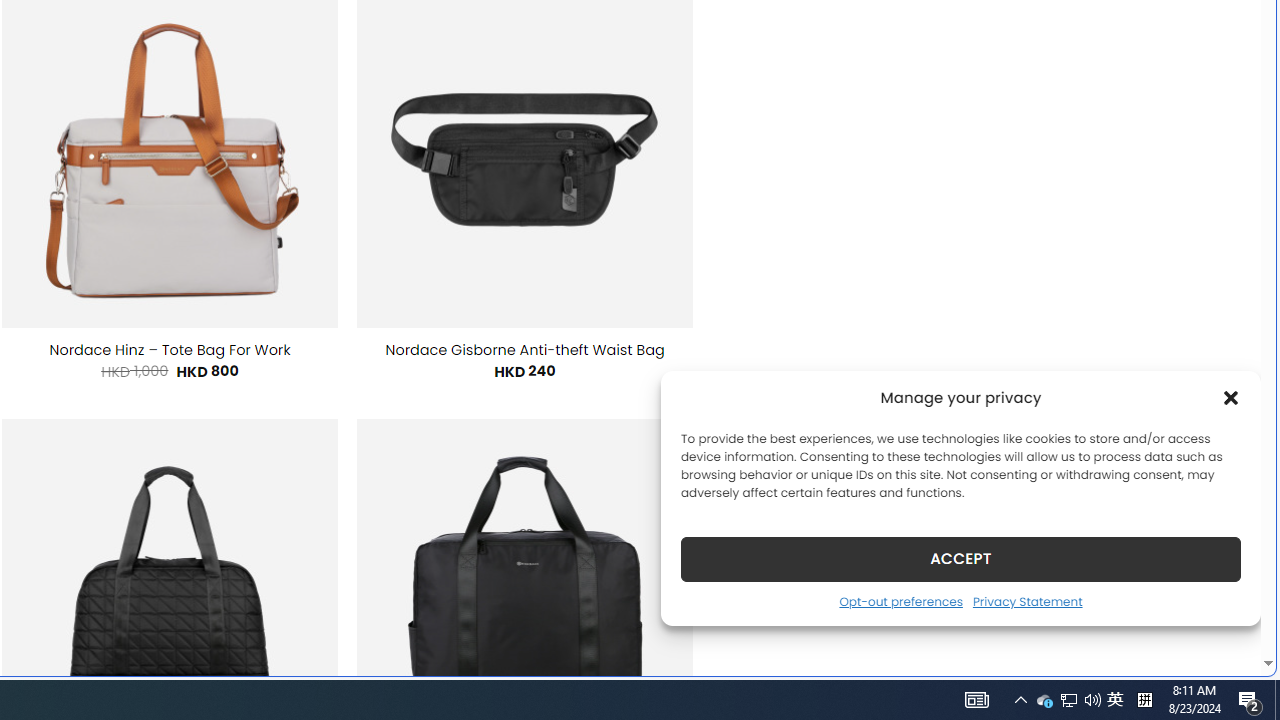 Image resolution: width=1280 pixels, height=720 pixels. I want to click on 'Privacy Statement', so click(1027, 600).